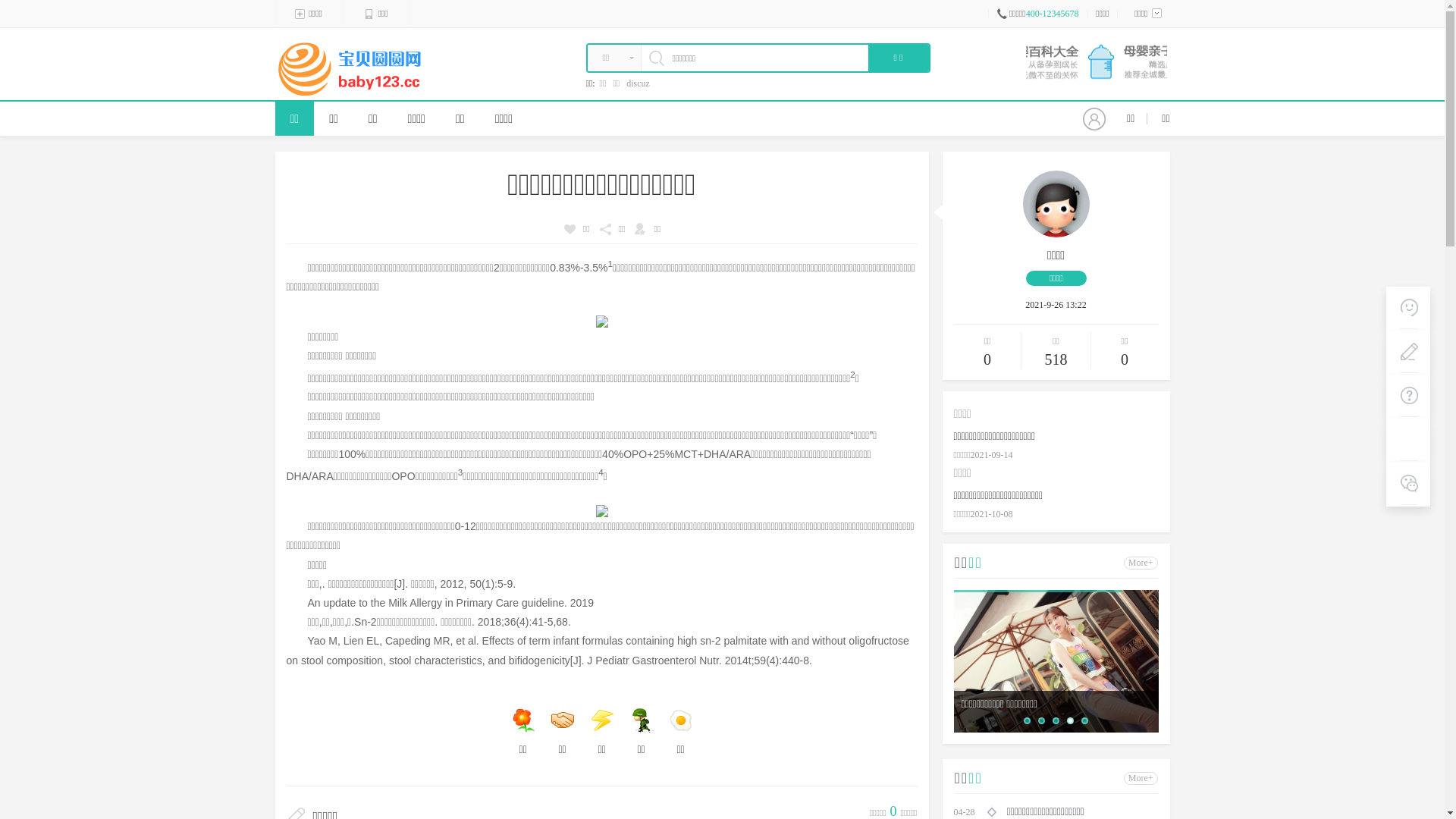  Describe the element at coordinates (623, 83) in the screenshot. I see `'discuz'` at that location.